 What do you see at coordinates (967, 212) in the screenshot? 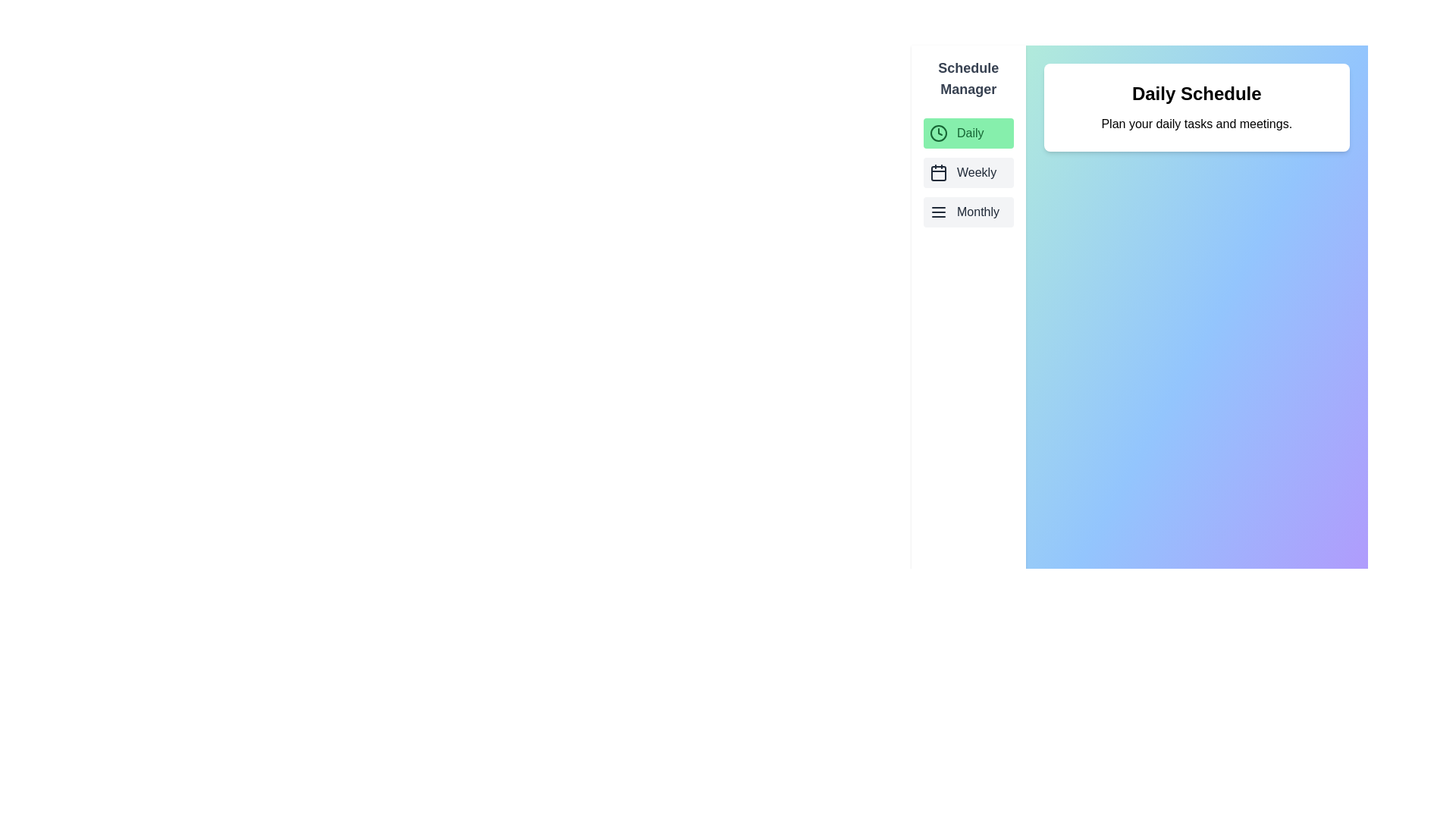
I see `the schedule Monthly from the list` at bounding box center [967, 212].